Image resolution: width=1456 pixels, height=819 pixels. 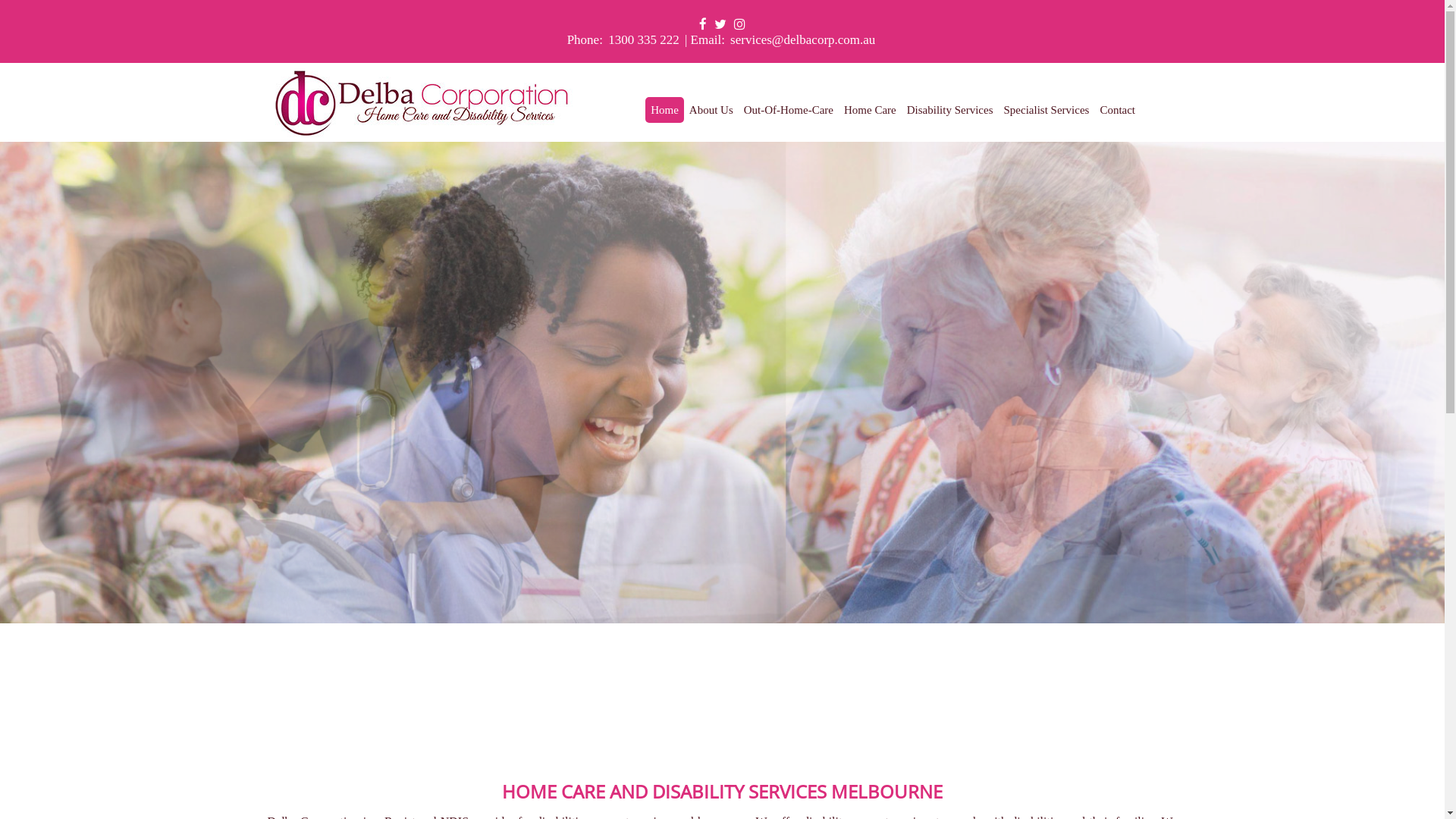 What do you see at coordinates (644, 39) in the screenshot?
I see `'1300 335 222'` at bounding box center [644, 39].